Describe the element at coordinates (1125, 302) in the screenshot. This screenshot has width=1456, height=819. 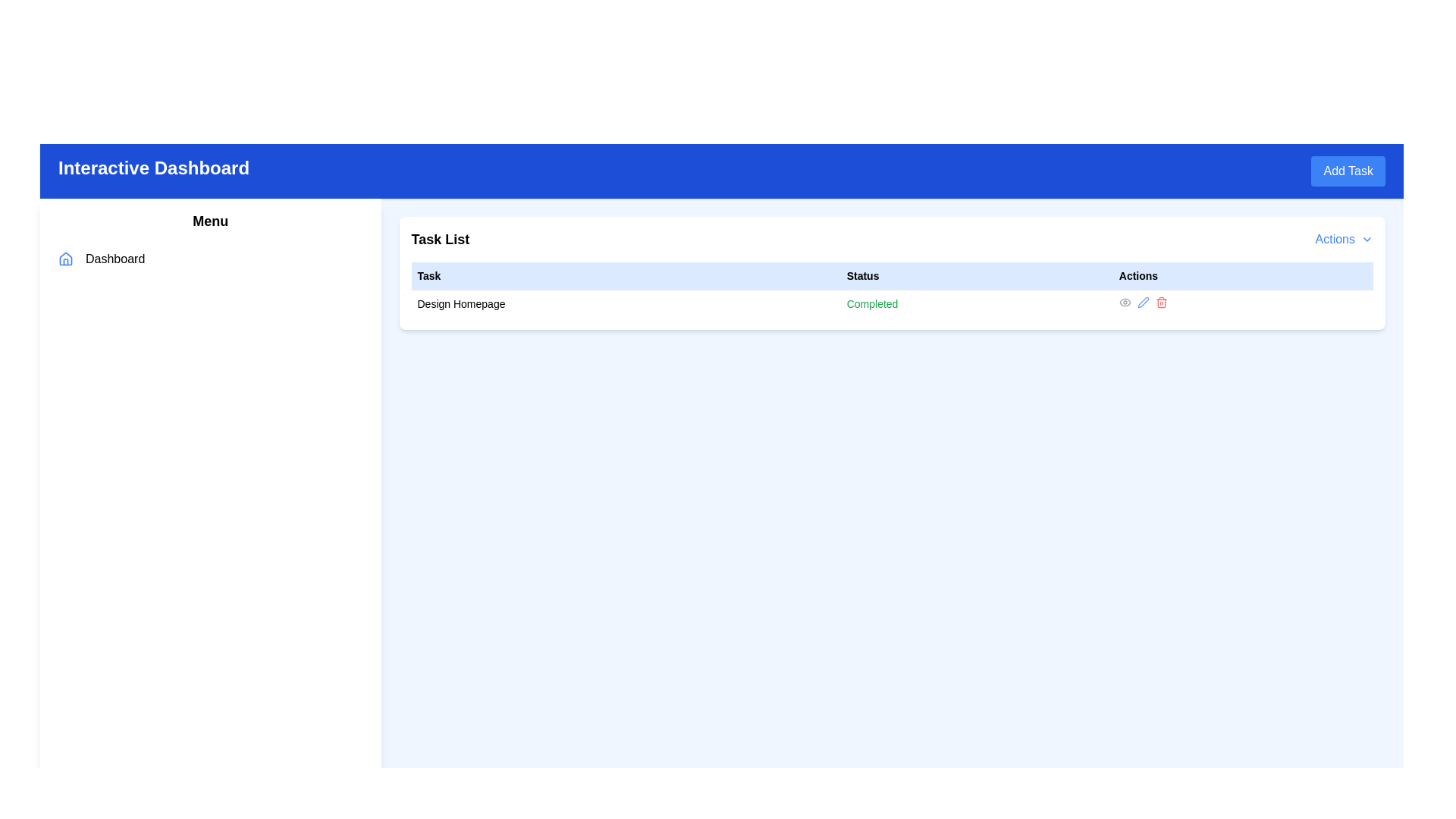
I see `the eye-shaped gray button located in the 'Actions' column of the task table to invoke its function` at that location.